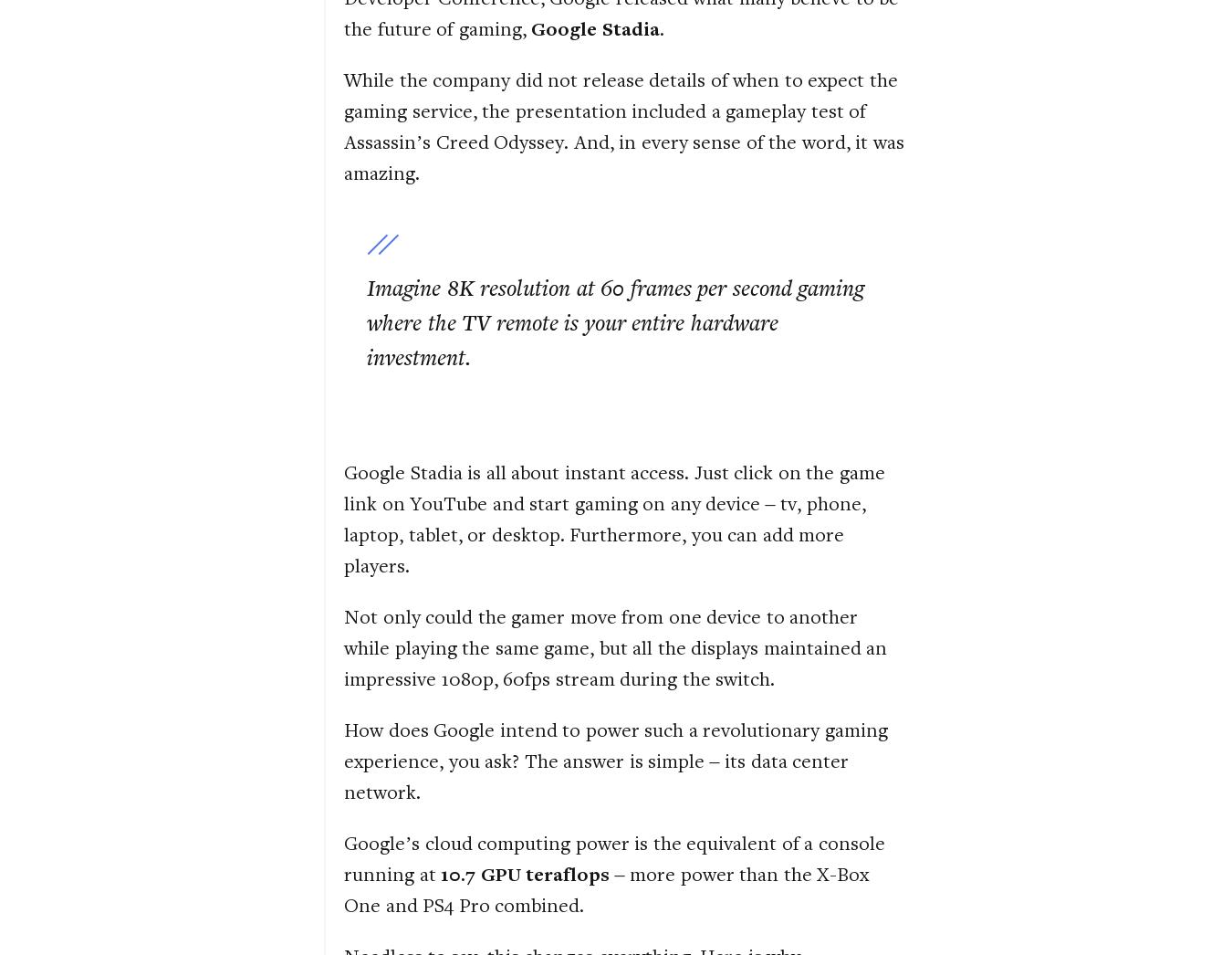 The image size is (1232, 955). Describe the element at coordinates (525, 872) in the screenshot. I see `'10.7 GPU teraflops'` at that location.